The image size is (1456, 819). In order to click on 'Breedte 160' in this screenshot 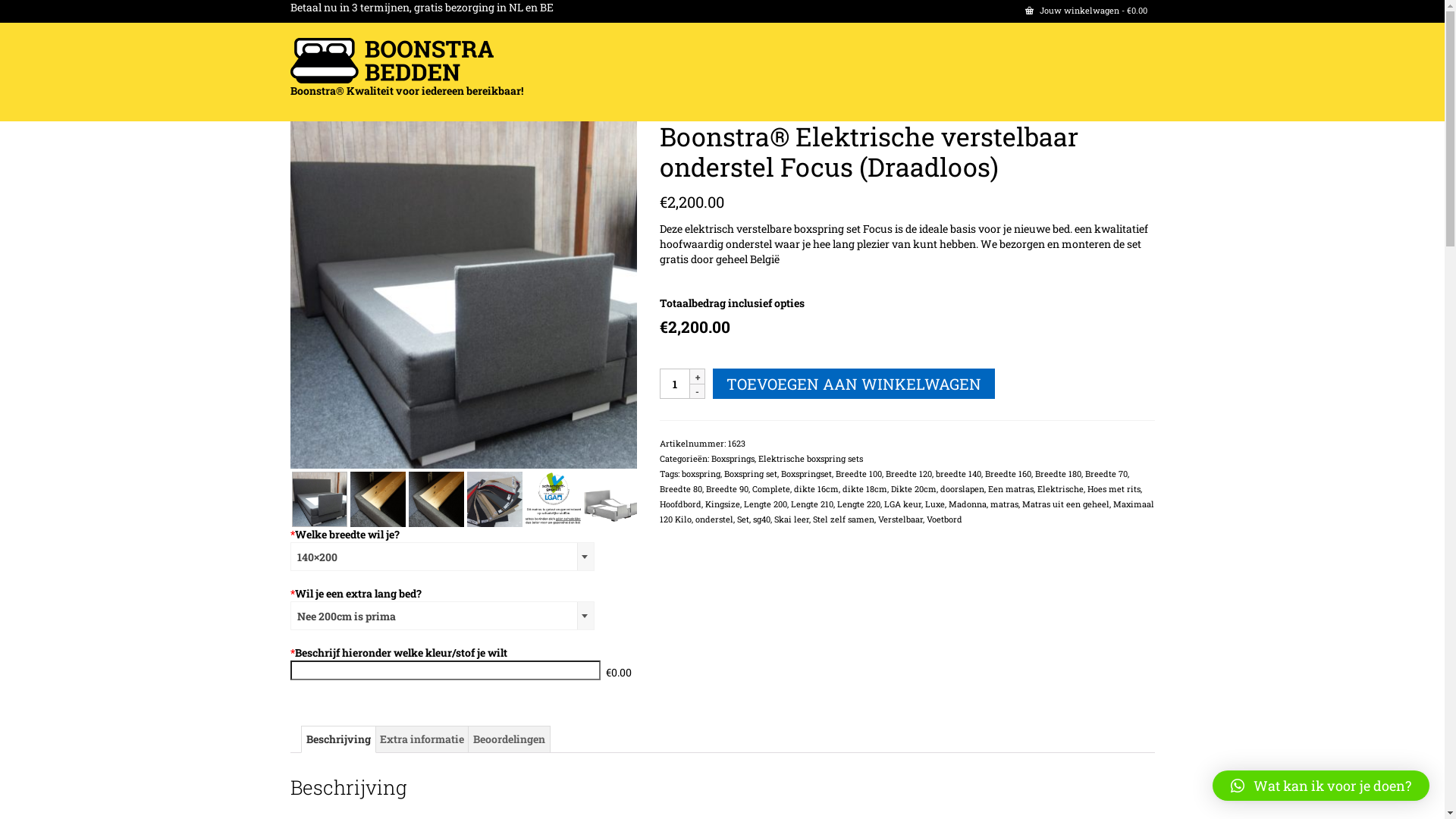, I will do `click(1008, 472)`.